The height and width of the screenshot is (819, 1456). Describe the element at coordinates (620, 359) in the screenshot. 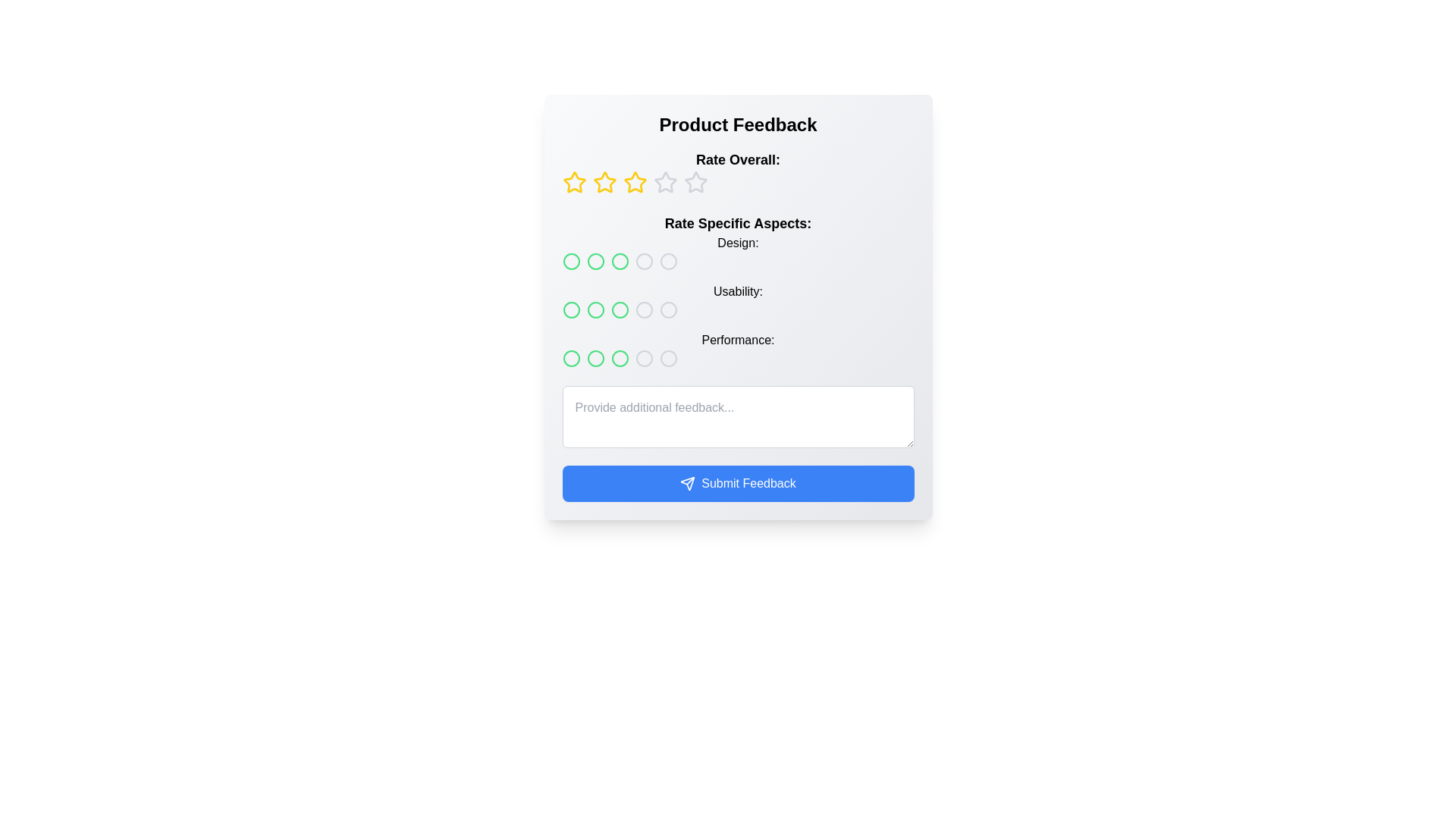

I see `the fifth circular radio button styled with a green hue in the 'Rate Specific Aspects' section of the feedback form` at that location.